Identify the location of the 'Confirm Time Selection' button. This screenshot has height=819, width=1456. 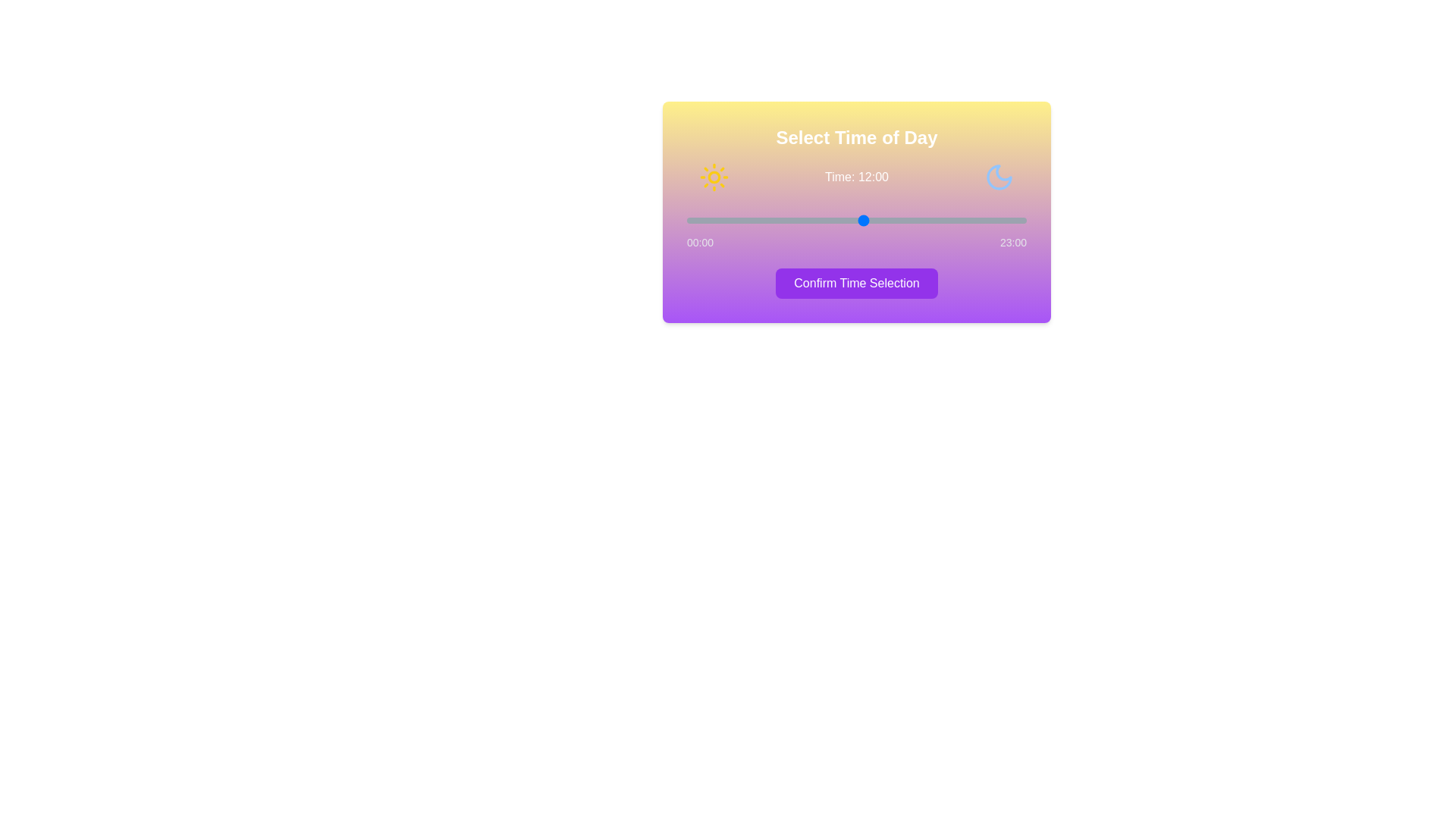
(856, 284).